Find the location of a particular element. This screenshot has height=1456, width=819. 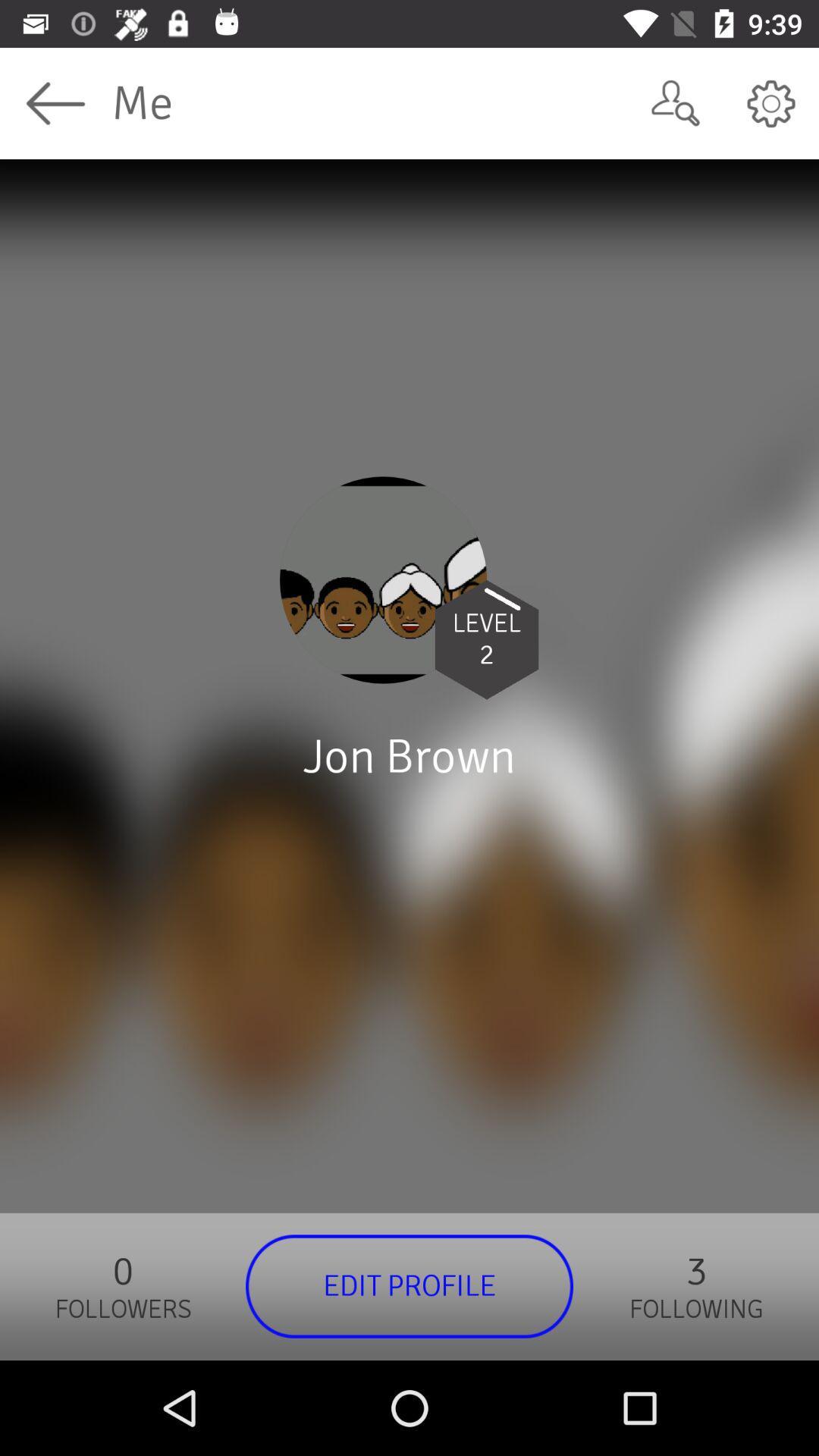

app below jon brown app is located at coordinates (409, 1285).